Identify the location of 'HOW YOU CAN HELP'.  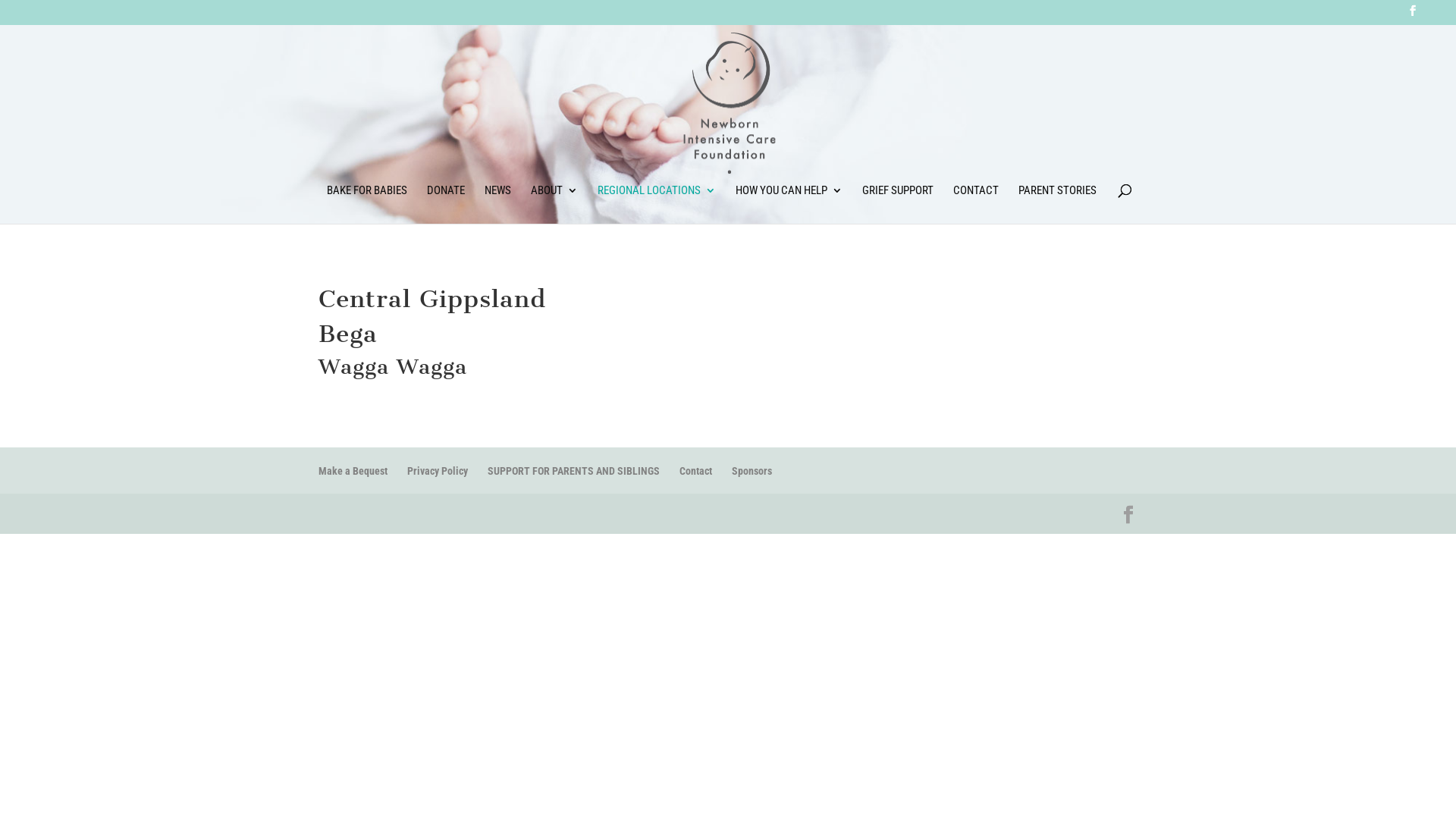
(735, 203).